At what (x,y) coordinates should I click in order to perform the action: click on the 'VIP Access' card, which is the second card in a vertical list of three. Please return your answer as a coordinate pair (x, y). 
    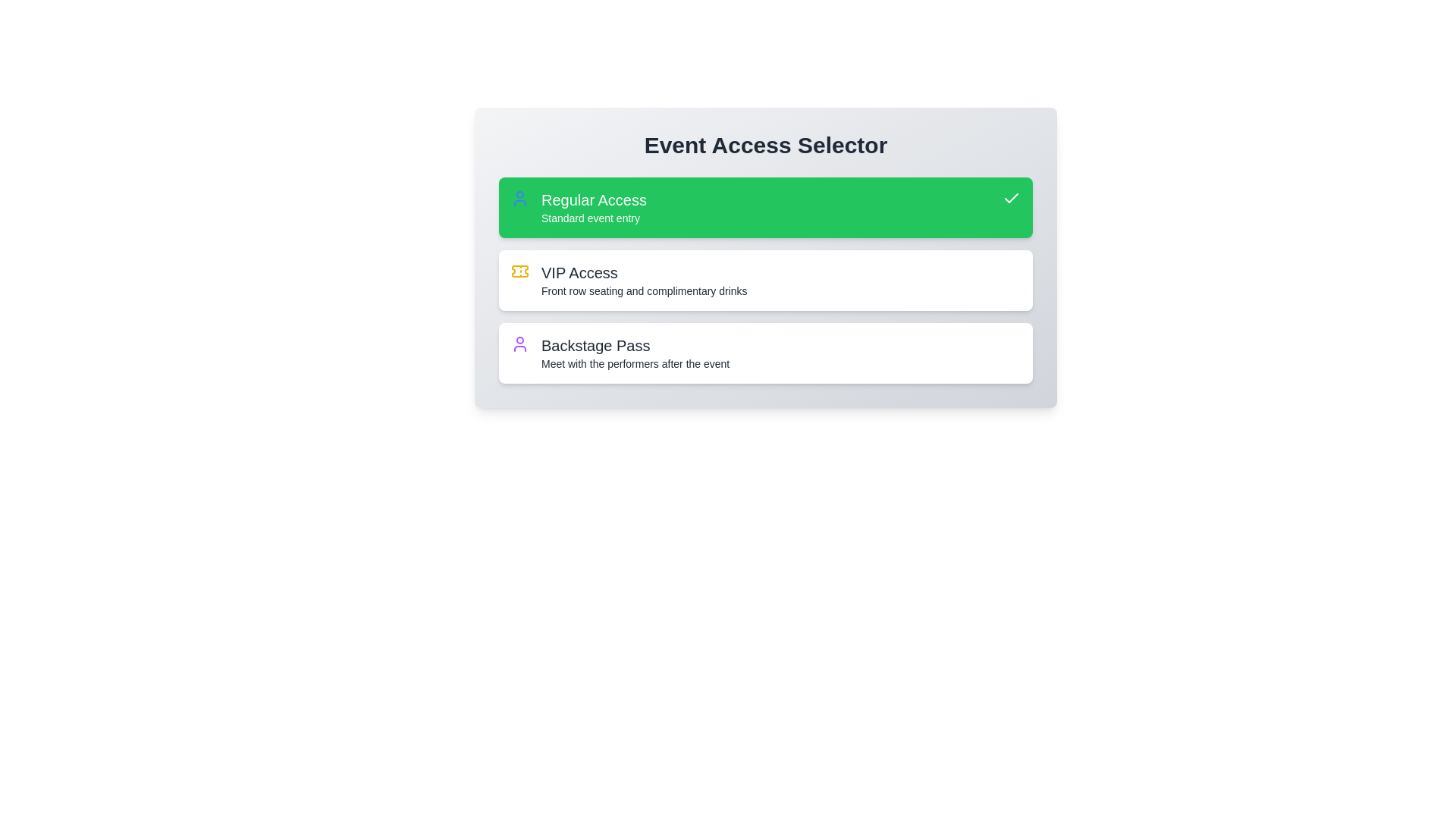
    Looking at the image, I should click on (765, 281).